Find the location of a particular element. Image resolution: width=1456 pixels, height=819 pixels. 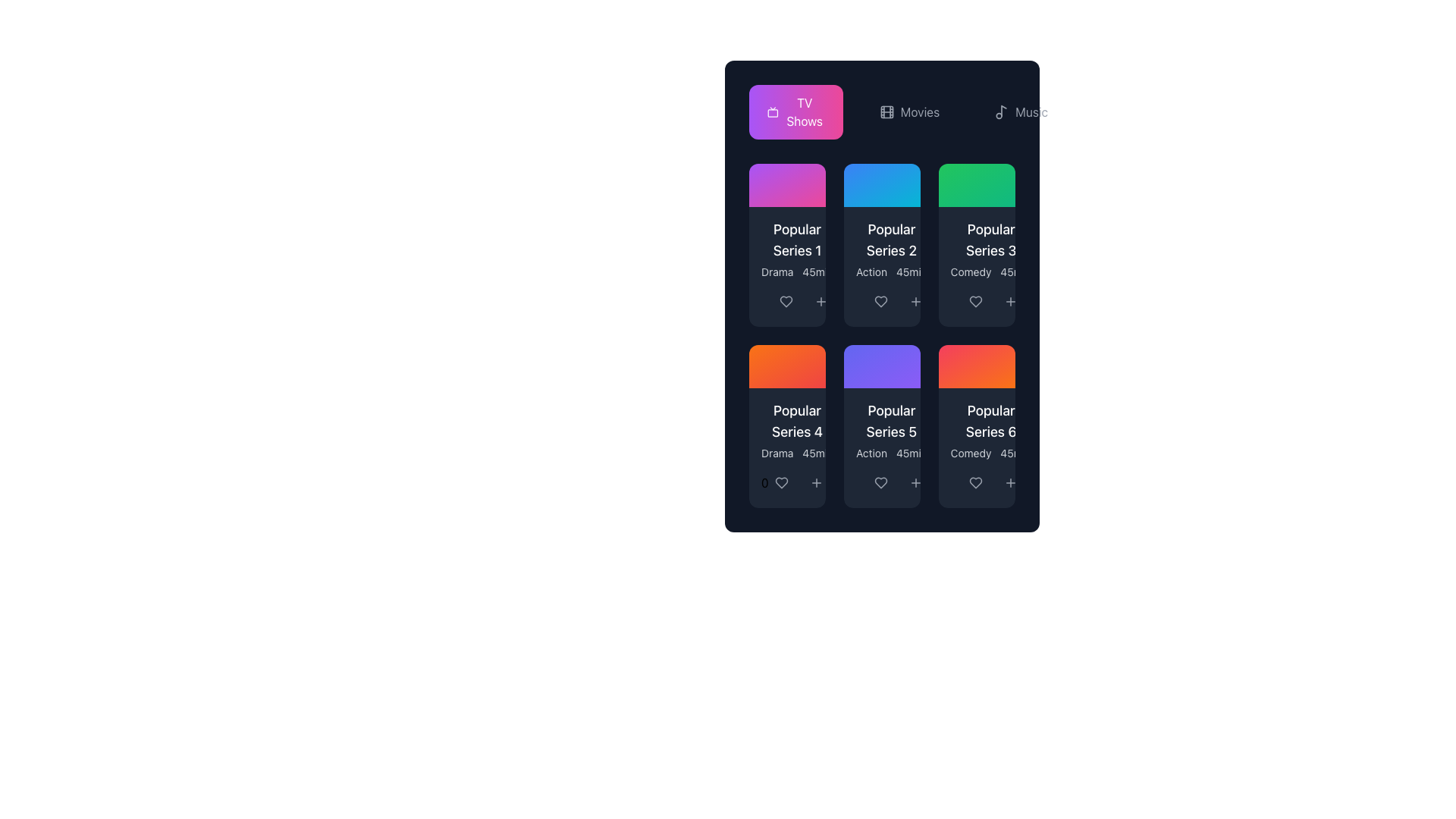

the play button located centrally within the gradient background at the top of the 'Popular Series 1' card to initiate playback of the associated series is located at coordinates (787, 184).